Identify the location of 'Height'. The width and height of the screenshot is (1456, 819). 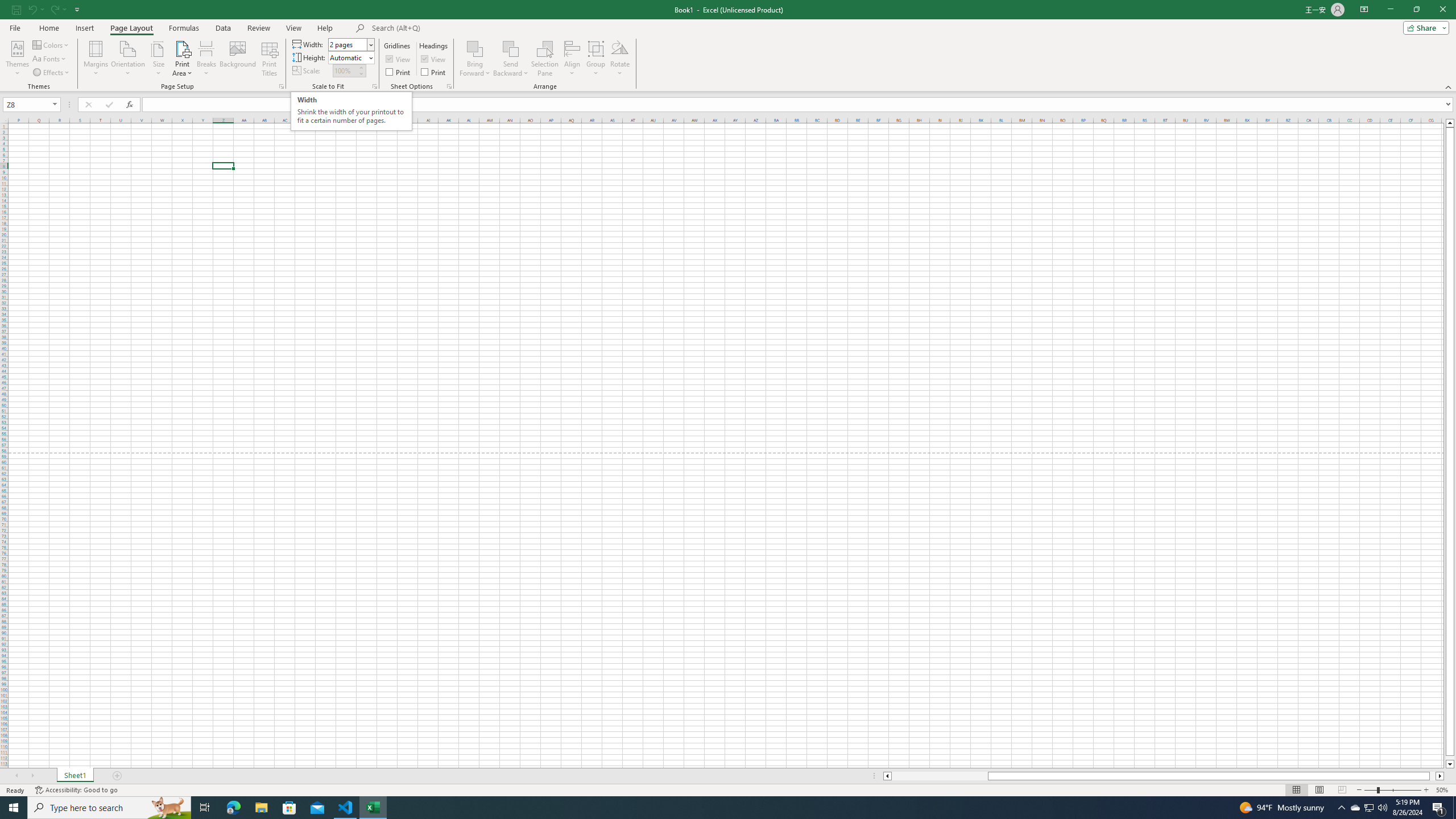
(350, 56).